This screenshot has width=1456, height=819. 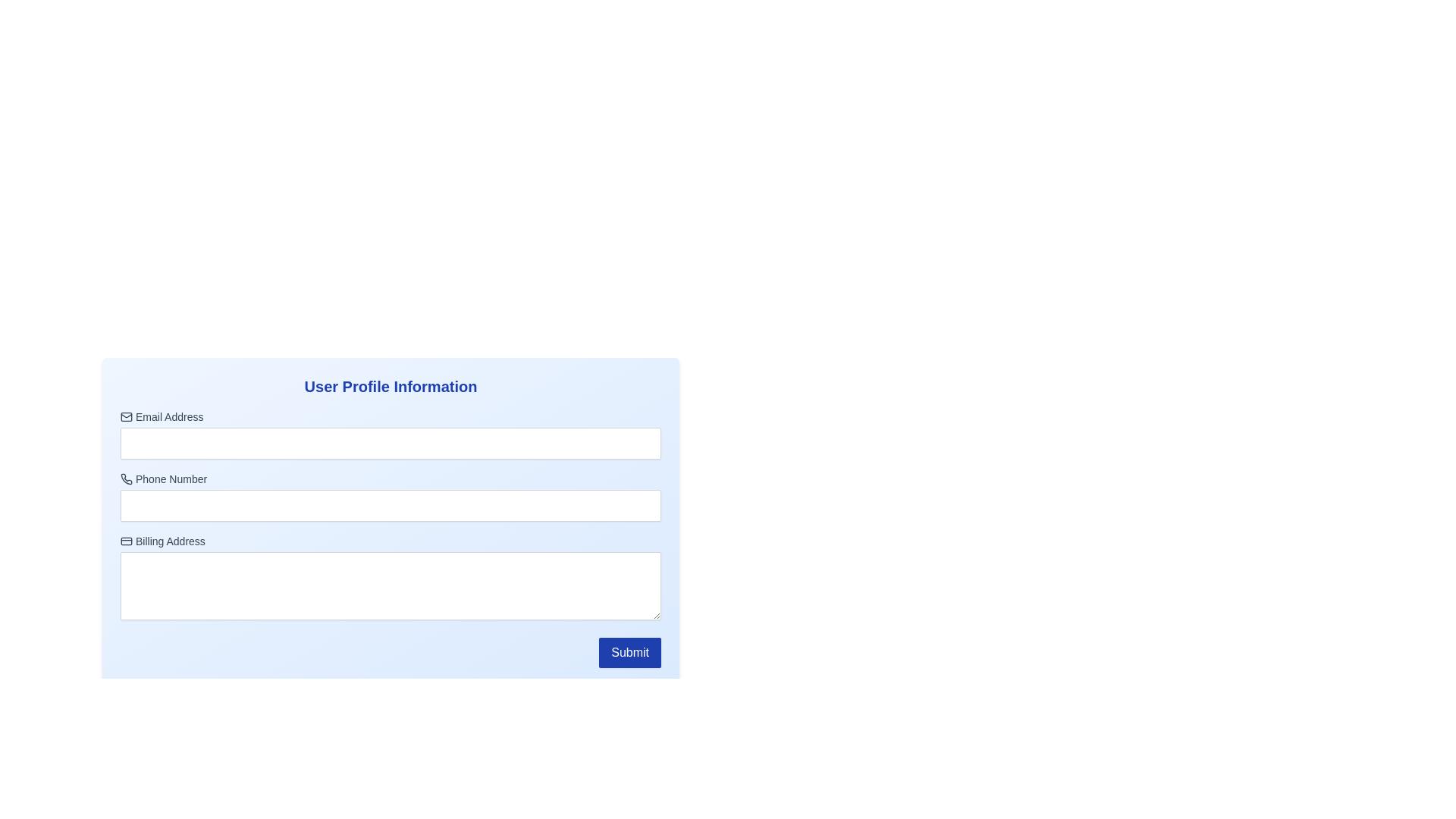 What do you see at coordinates (127, 479) in the screenshot?
I see `the wireframe-style phone icon located next to the 'Phone Number' label in the user profile form, which is positioned to the left of the label and below the 'Email Address' field` at bounding box center [127, 479].